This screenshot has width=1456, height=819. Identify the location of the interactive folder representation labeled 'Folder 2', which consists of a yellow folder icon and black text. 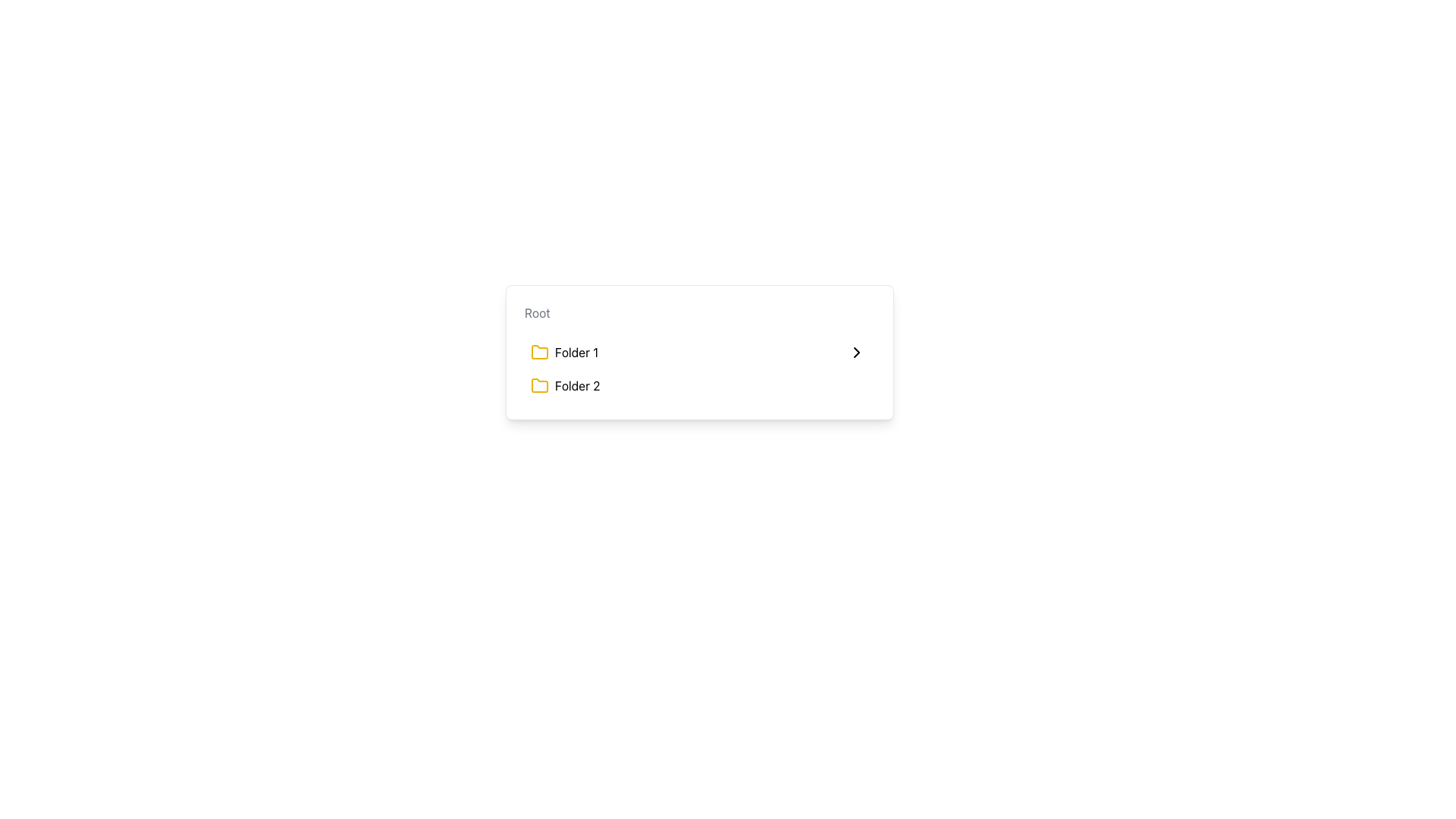
(564, 385).